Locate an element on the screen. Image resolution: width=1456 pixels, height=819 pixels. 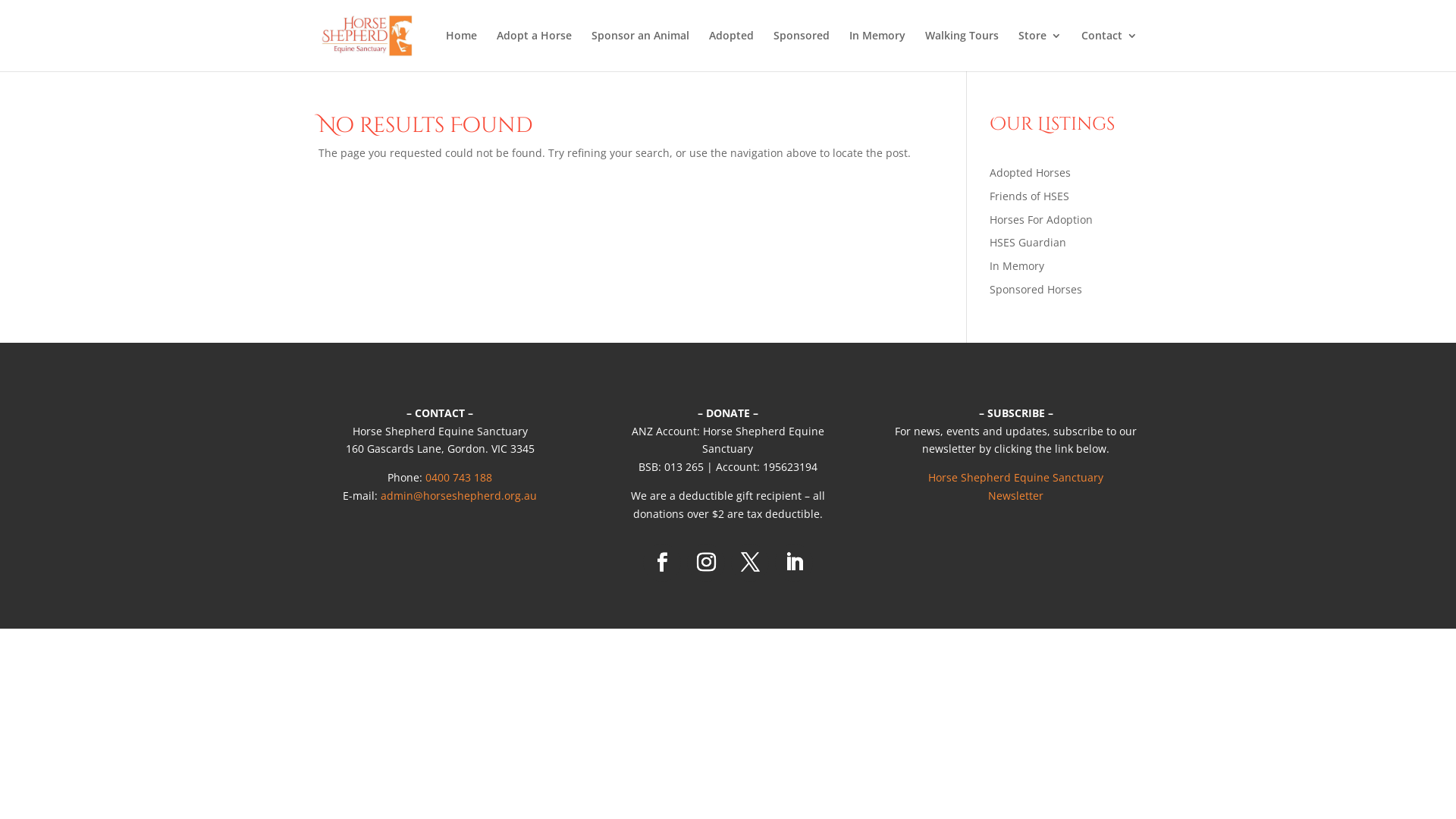
'HSES Guardian' is located at coordinates (1028, 241).